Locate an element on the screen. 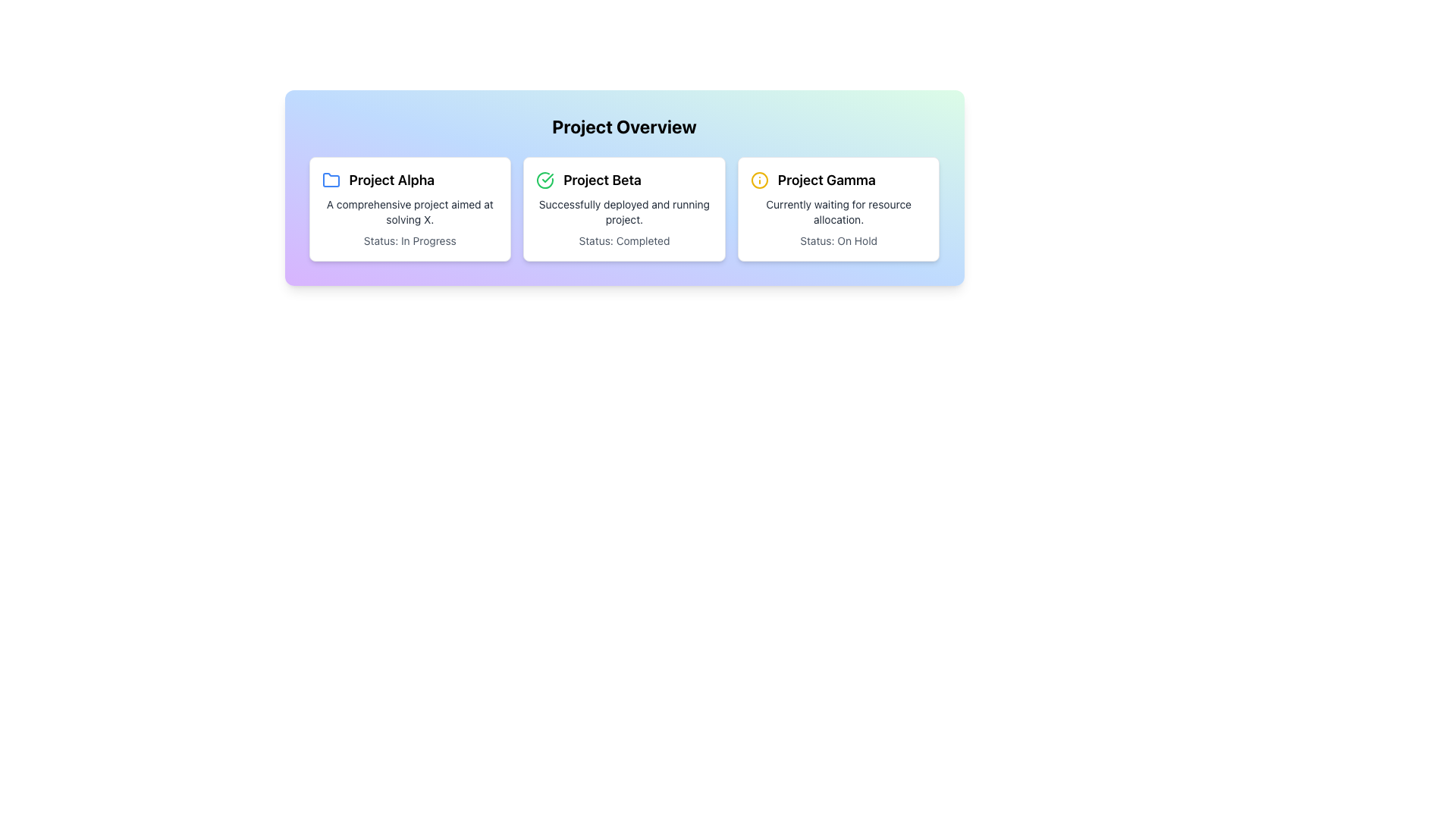 This screenshot has height=819, width=1456. the 'Project Beta' text label, which is styled in bold and larger size, located in the center section of the second card under the 'Project Overview' heading is located at coordinates (601, 180).